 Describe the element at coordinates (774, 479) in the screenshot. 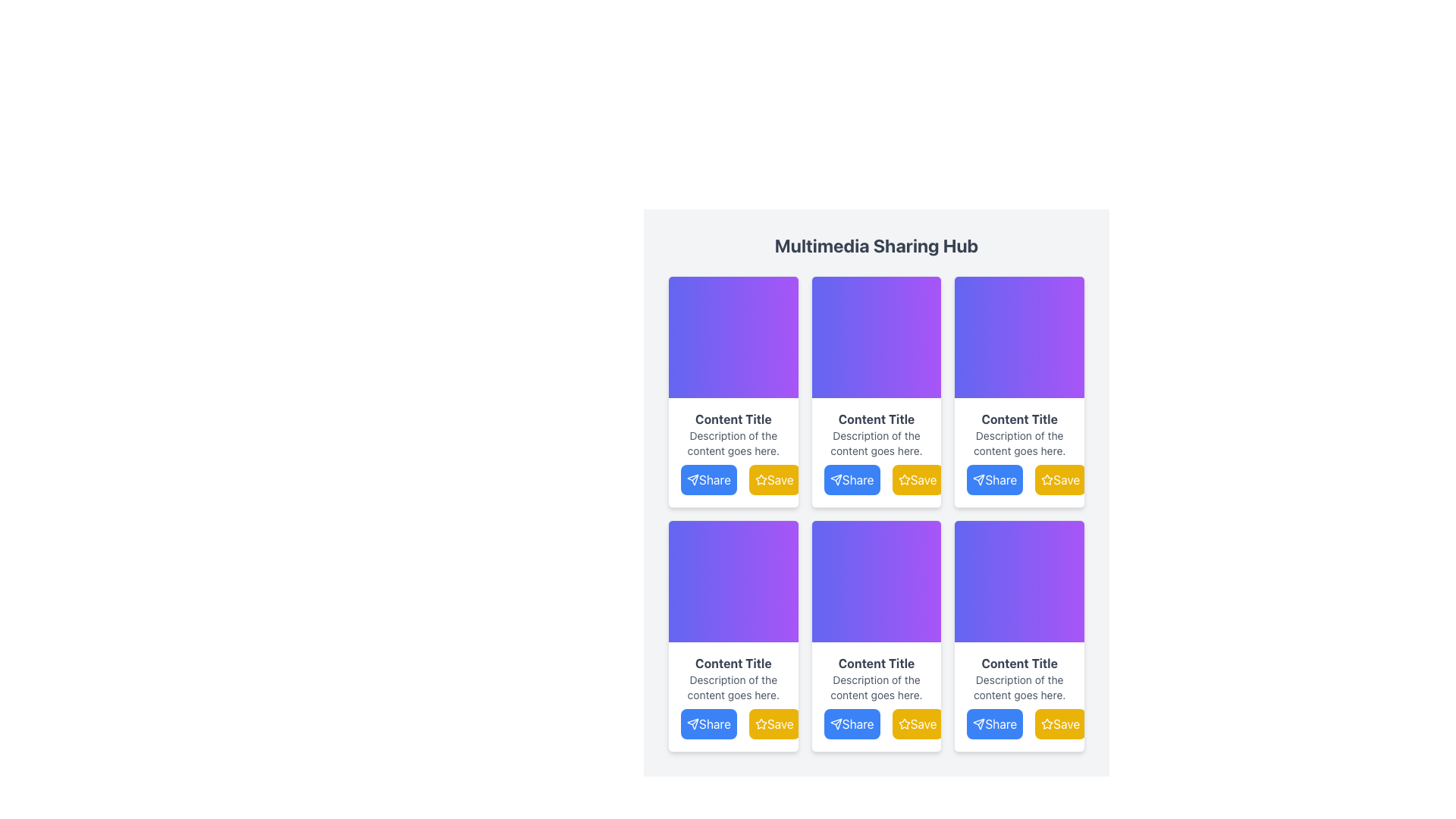

I see `the Save button located directly below the second purple panel in the top-middle row` at that location.